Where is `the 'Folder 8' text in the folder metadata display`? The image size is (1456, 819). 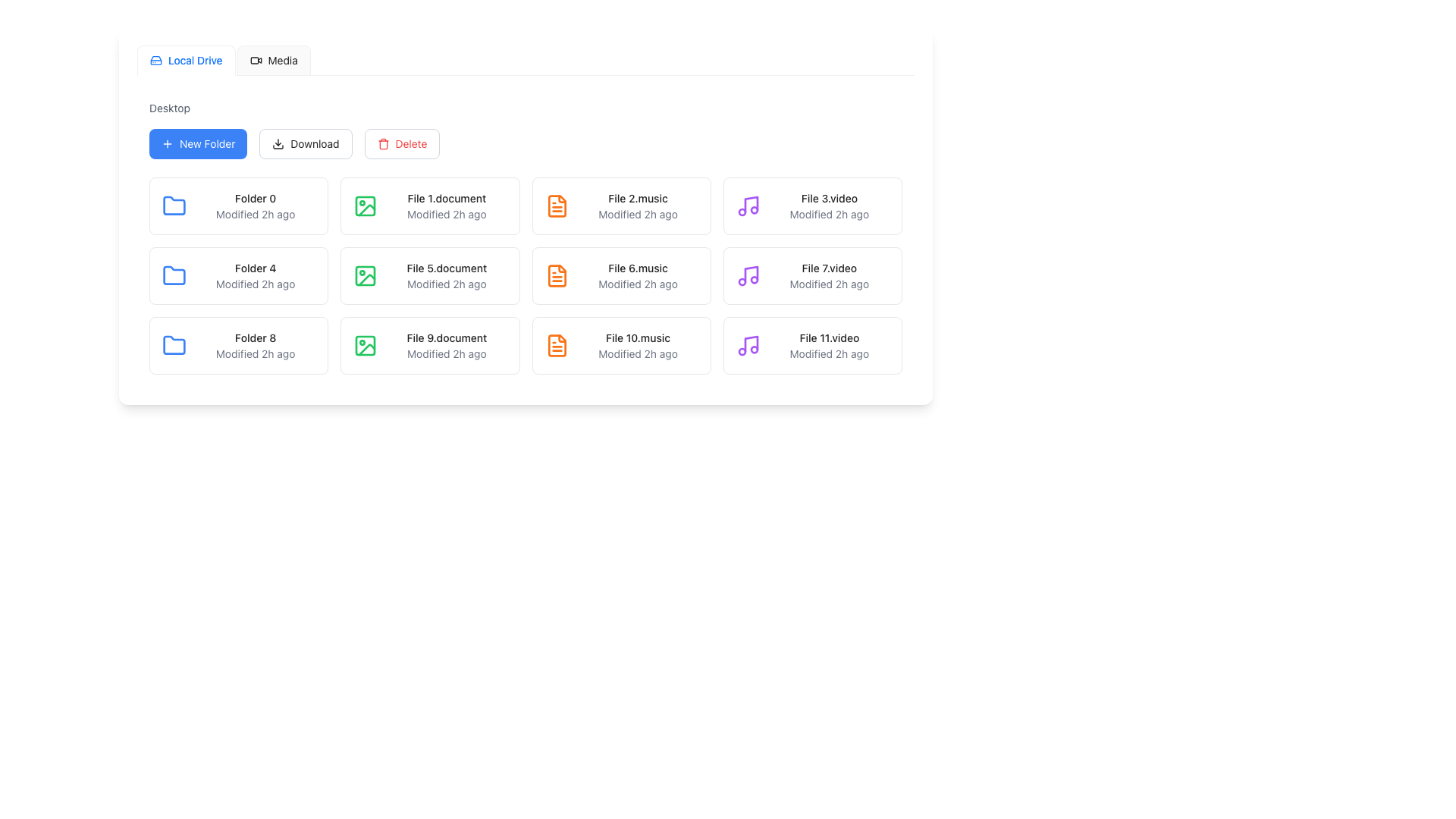 the 'Folder 8' text in the folder metadata display is located at coordinates (256, 345).